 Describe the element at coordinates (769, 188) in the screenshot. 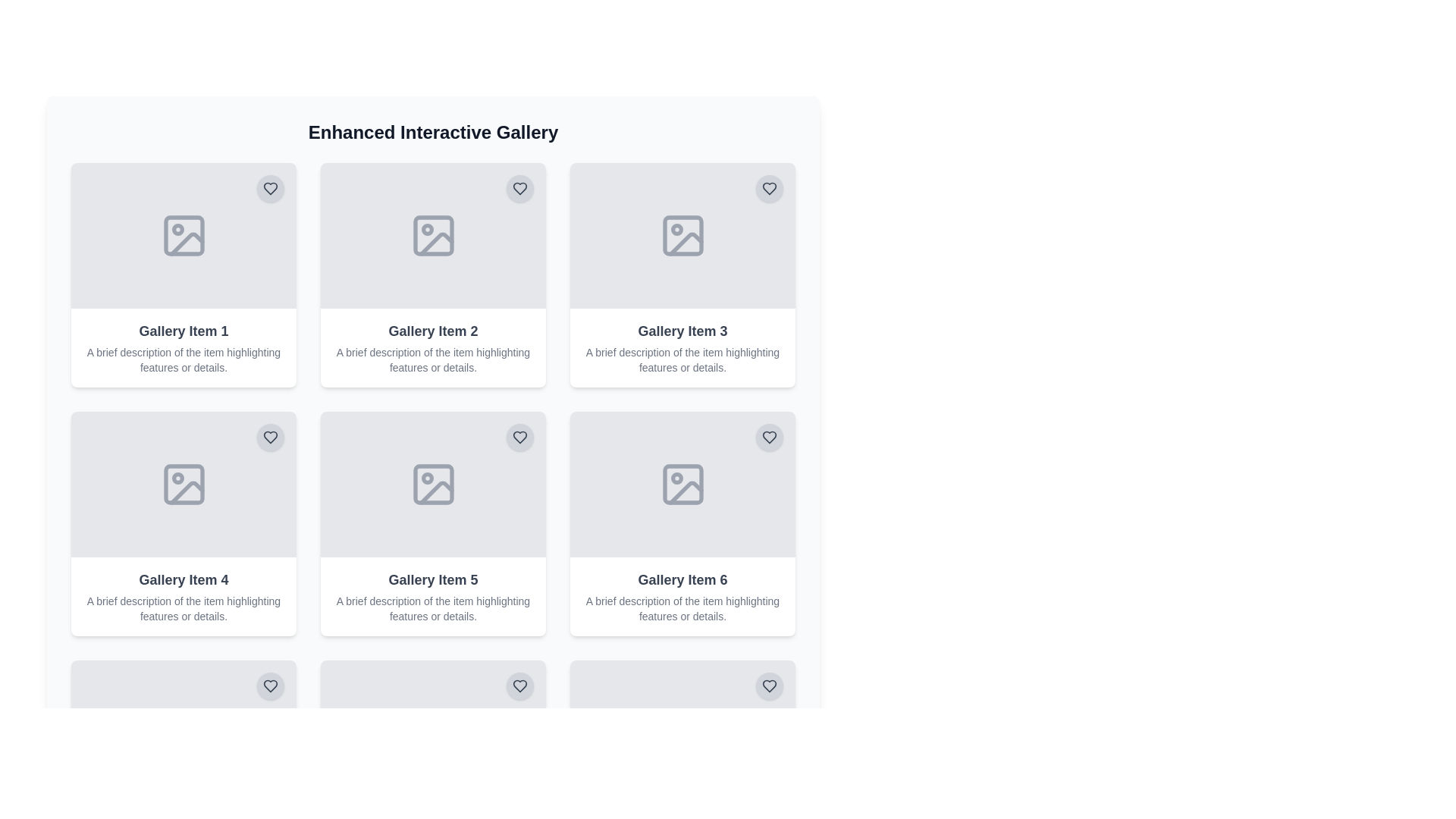

I see `the heart-shaped icon located at the top-right corner of the panel of 'Gallery Item 3', characterized by its thin stroke and hollow center` at that location.